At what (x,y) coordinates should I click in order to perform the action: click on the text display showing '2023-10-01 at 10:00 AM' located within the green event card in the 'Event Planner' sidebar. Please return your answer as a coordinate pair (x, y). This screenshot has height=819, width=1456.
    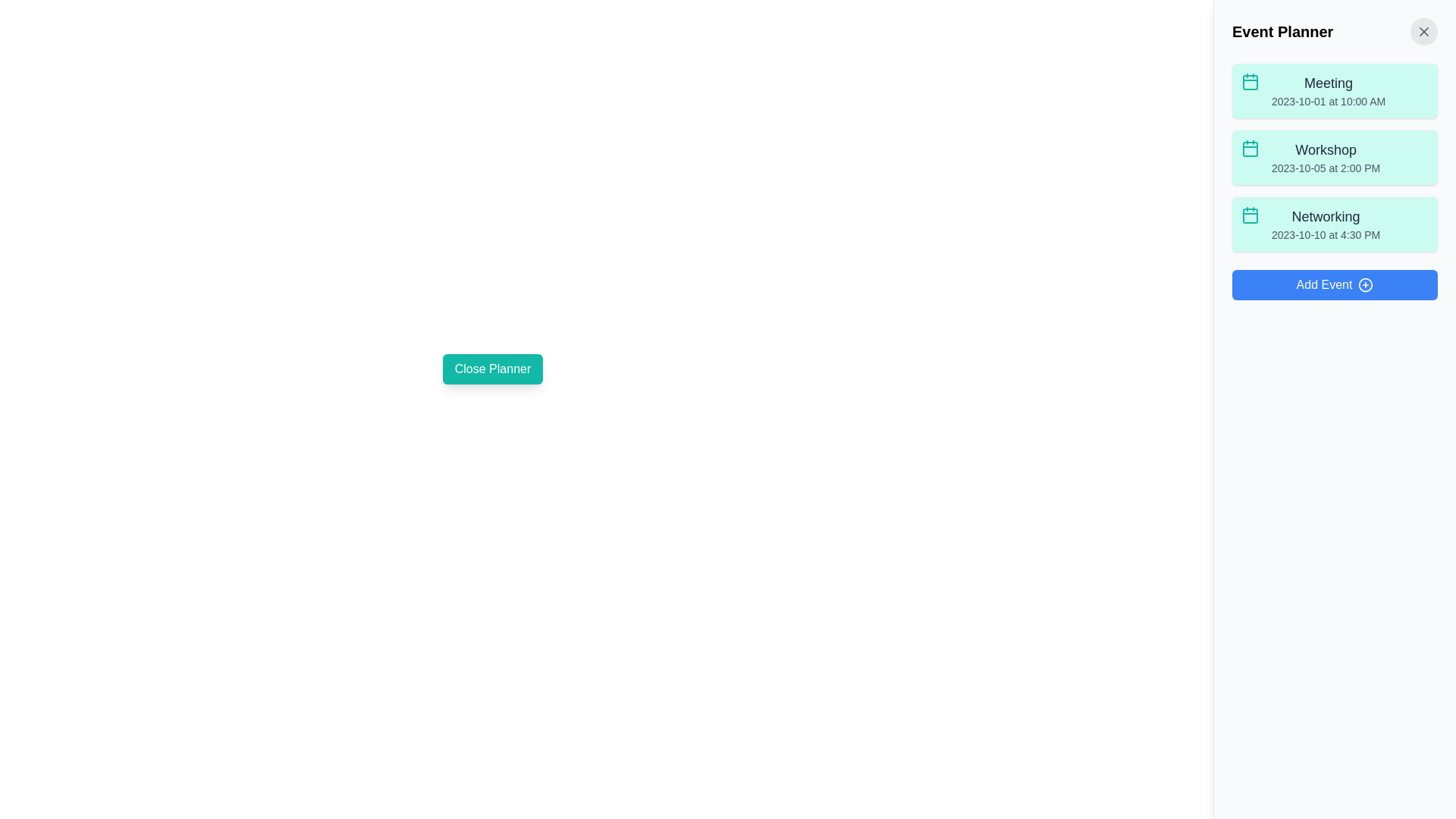
    Looking at the image, I should click on (1328, 102).